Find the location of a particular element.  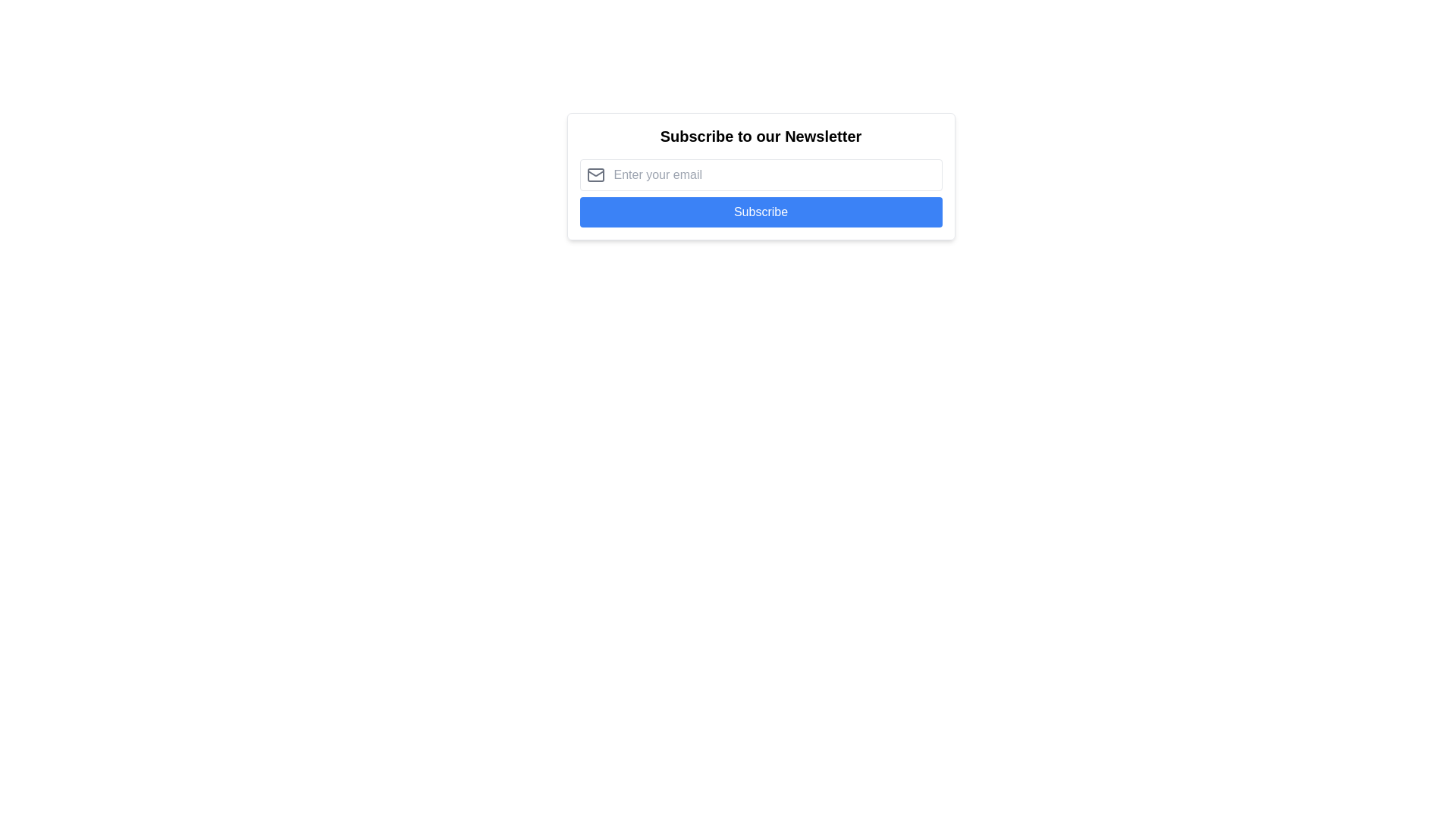

the text label displaying 'Subscribe to our Newsletter', which is a prominent heading above the input field and button is located at coordinates (761, 136).